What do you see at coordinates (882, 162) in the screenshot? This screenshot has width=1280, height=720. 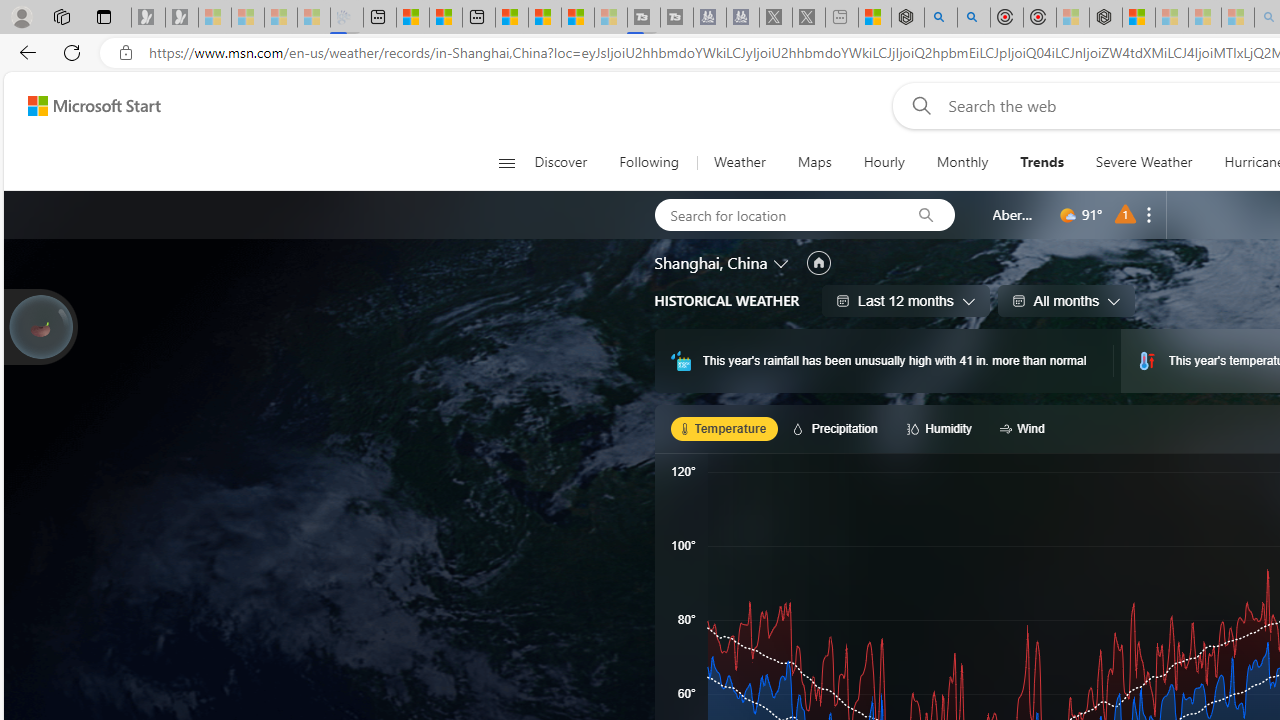 I see `'Hourly'` at bounding box center [882, 162].